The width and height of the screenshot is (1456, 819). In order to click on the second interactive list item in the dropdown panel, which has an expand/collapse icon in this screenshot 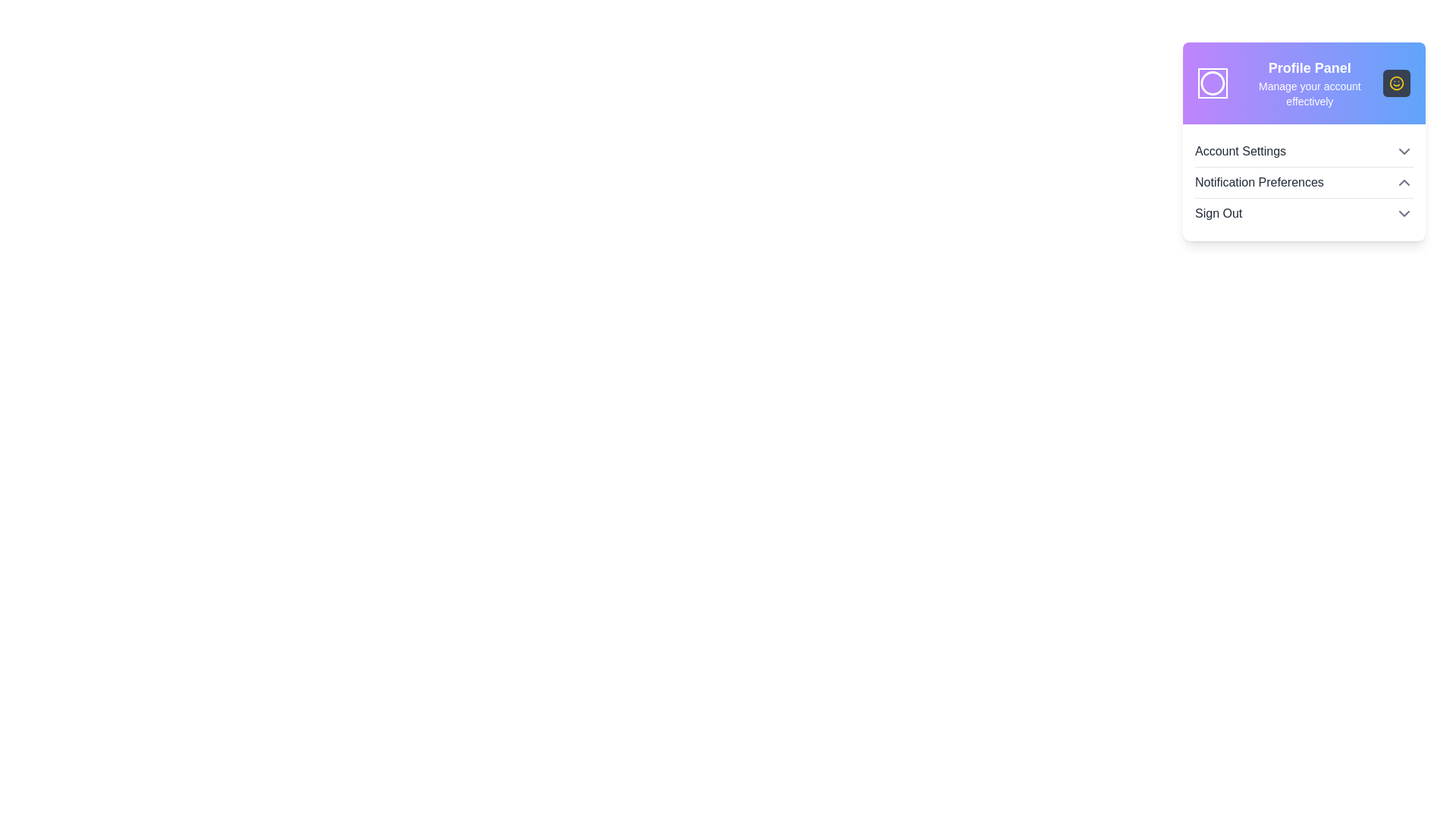, I will do `click(1303, 181)`.